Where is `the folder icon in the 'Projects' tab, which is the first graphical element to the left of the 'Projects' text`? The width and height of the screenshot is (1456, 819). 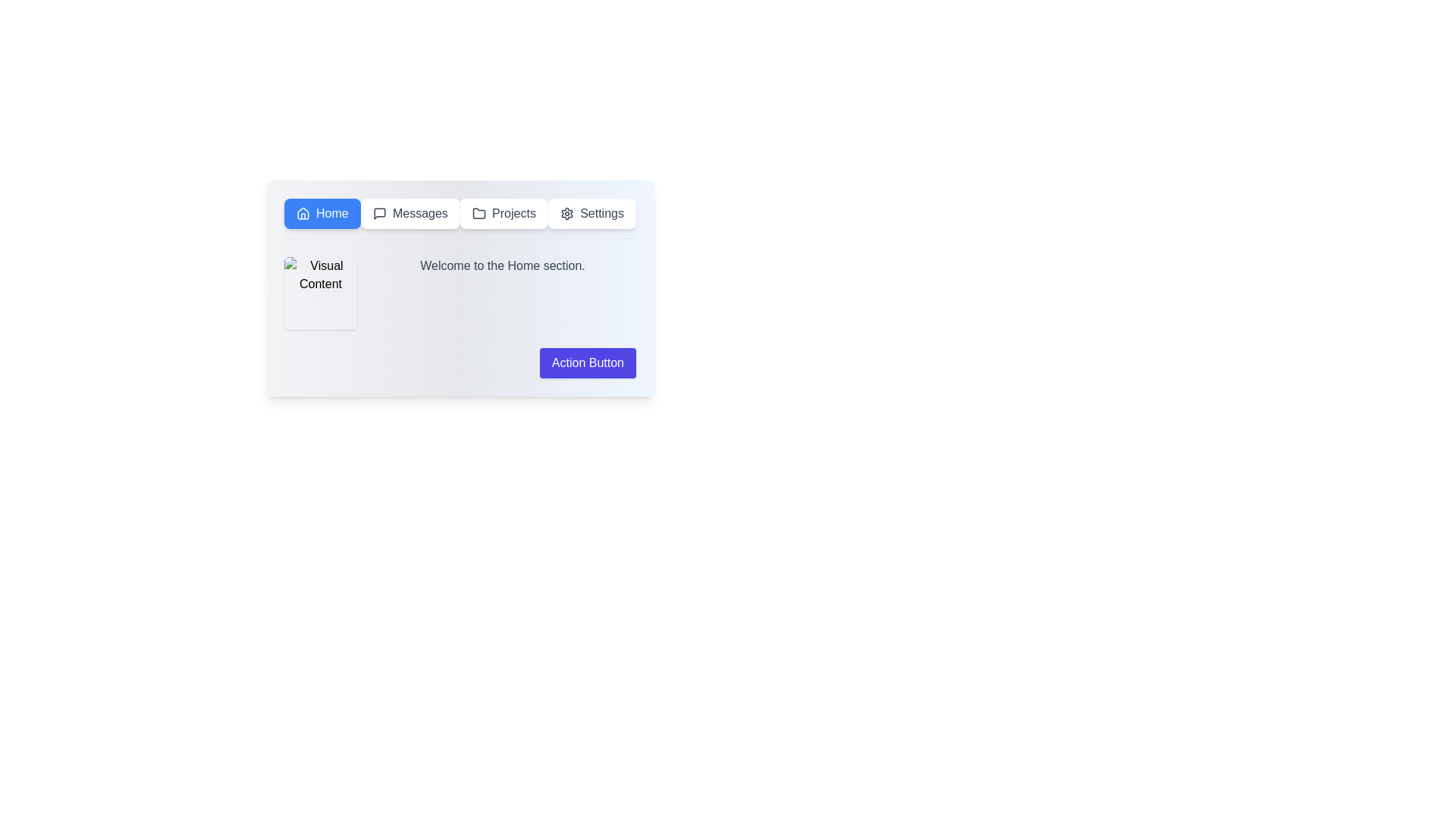 the folder icon in the 'Projects' tab, which is the first graphical element to the left of the 'Projects' text is located at coordinates (479, 213).